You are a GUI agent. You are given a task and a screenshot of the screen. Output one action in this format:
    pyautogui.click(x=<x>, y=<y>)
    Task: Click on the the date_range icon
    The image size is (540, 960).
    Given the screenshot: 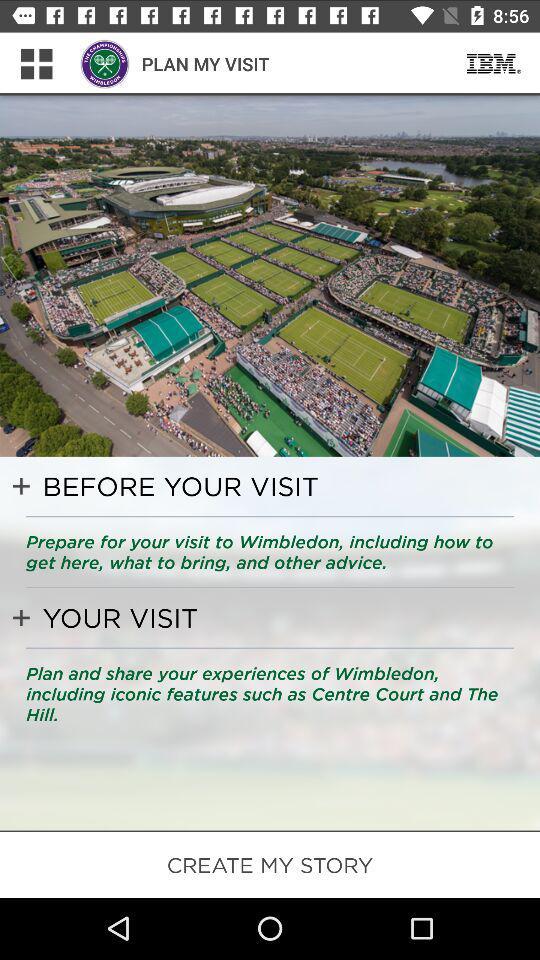 What is the action you would take?
    pyautogui.click(x=493, y=62)
    